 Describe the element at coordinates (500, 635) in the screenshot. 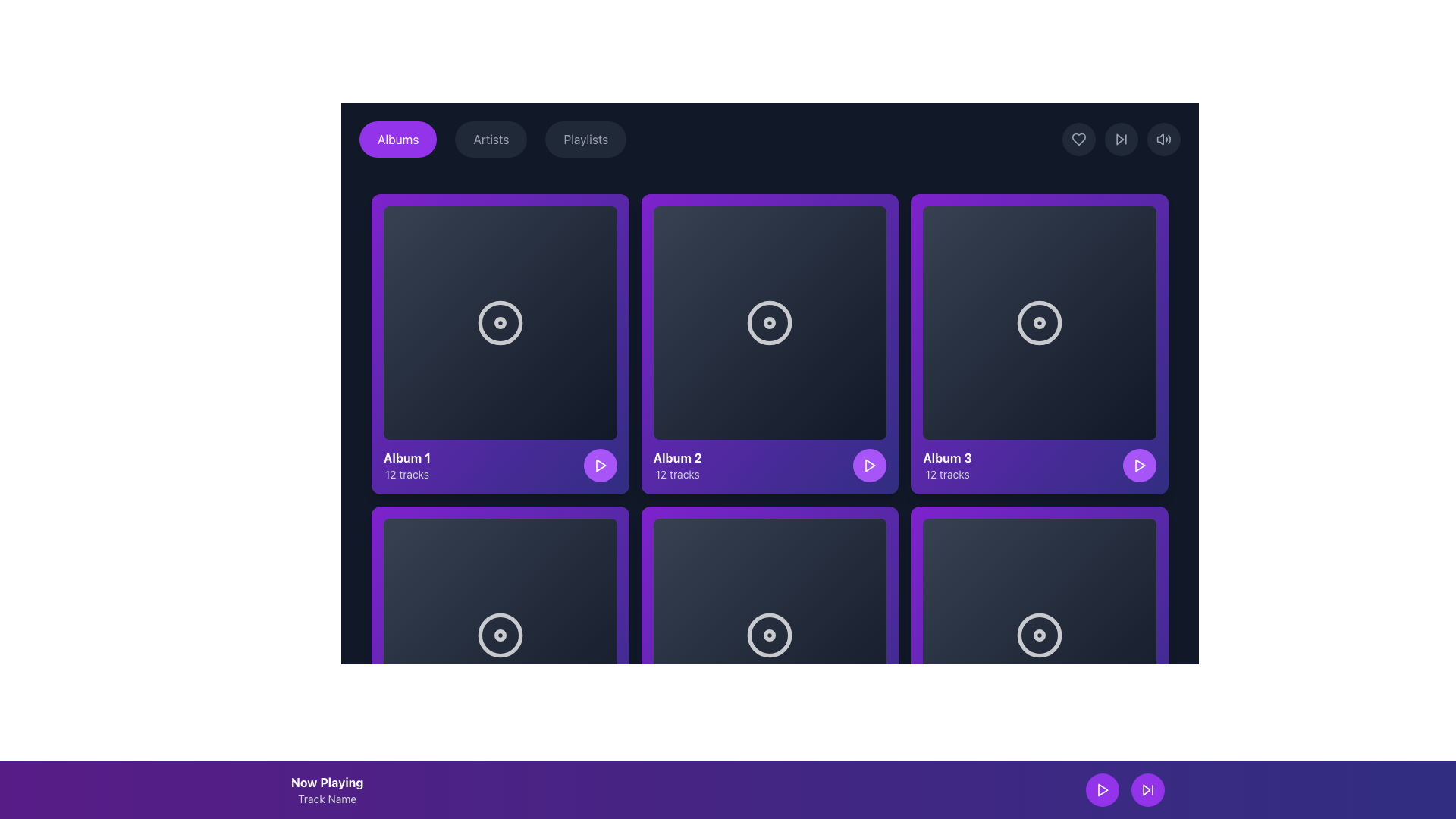

I see `the decorative icon indicating audio or music-related content located in the lower row of the grid layout, specifically in the cell corresponding to the last album item` at that location.